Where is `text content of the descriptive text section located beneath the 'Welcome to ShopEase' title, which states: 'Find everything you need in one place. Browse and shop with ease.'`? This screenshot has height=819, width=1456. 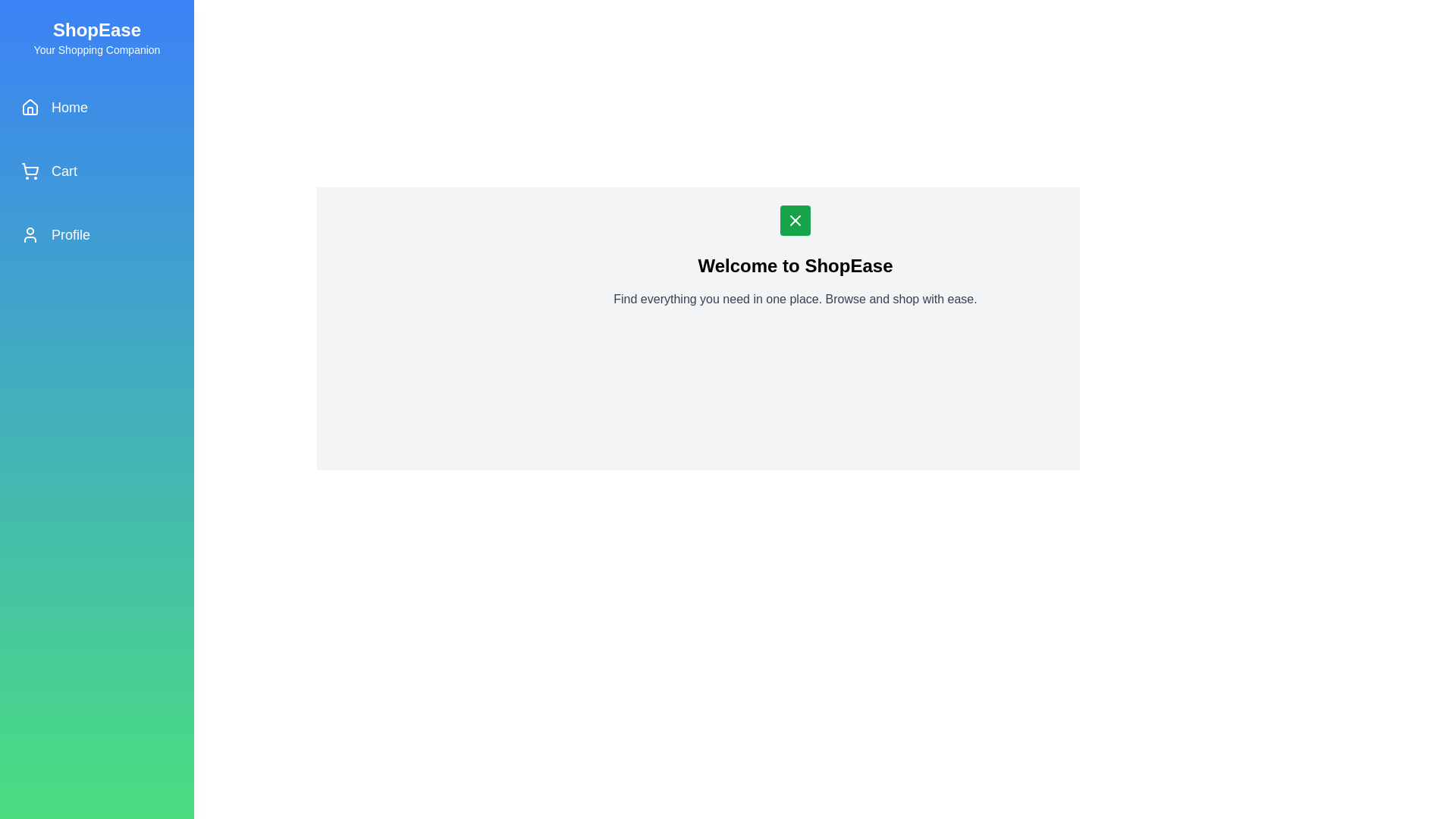
text content of the descriptive text section located beneath the 'Welcome to ShopEase' title, which states: 'Find everything you need in one place. Browse and shop with ease.' is located at coordinates (795, 299).